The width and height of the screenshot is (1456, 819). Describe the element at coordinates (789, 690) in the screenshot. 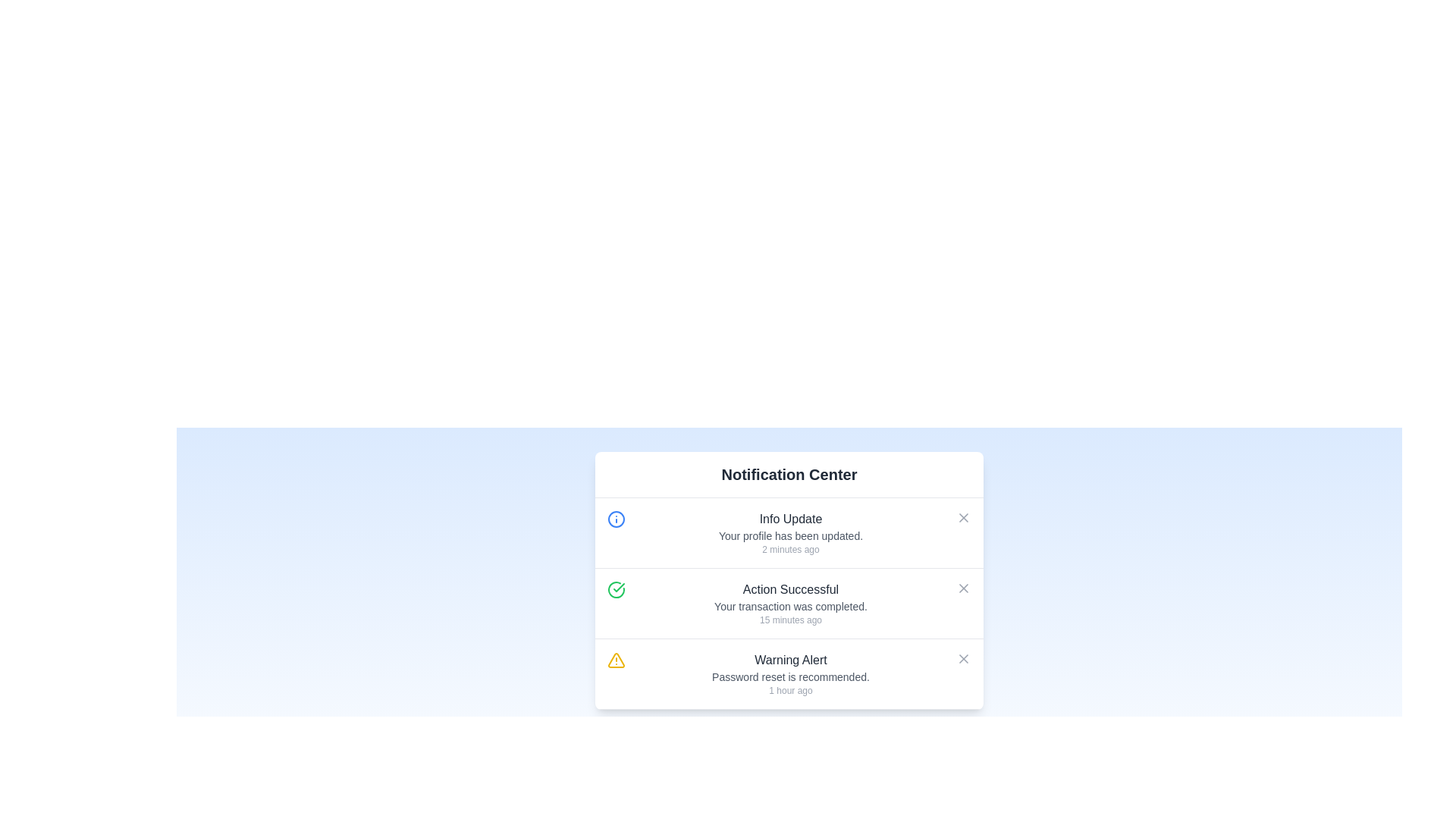

I see `the static text that informs the user about the time elapsed since the associated alert was issued, which is located at the bottom of the 'Warning Alert' notification, below the text 'Password reset is recommended.'` at that location.